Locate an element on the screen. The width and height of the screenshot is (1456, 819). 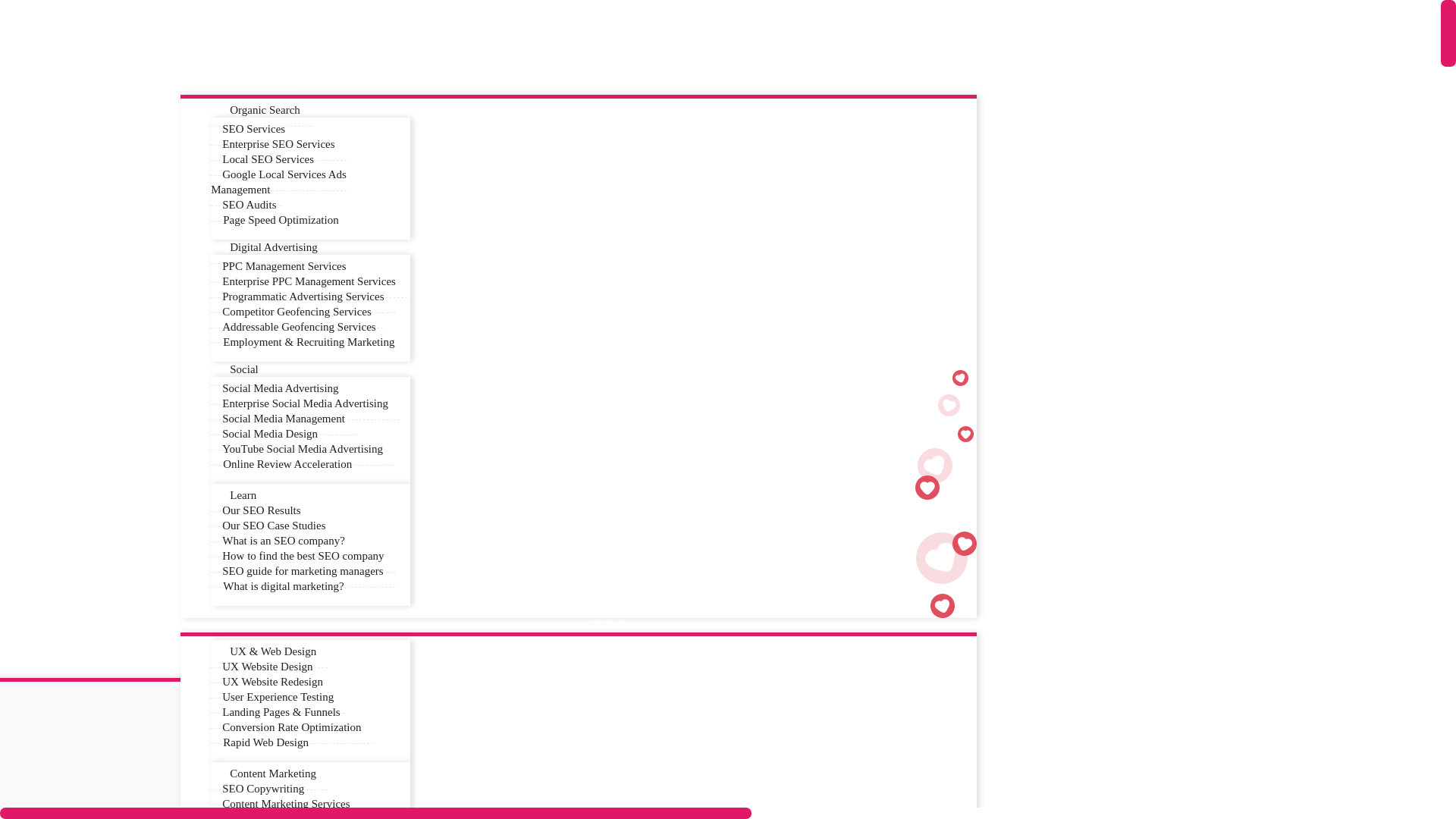
'Social' is located at coordinates (210, 369).